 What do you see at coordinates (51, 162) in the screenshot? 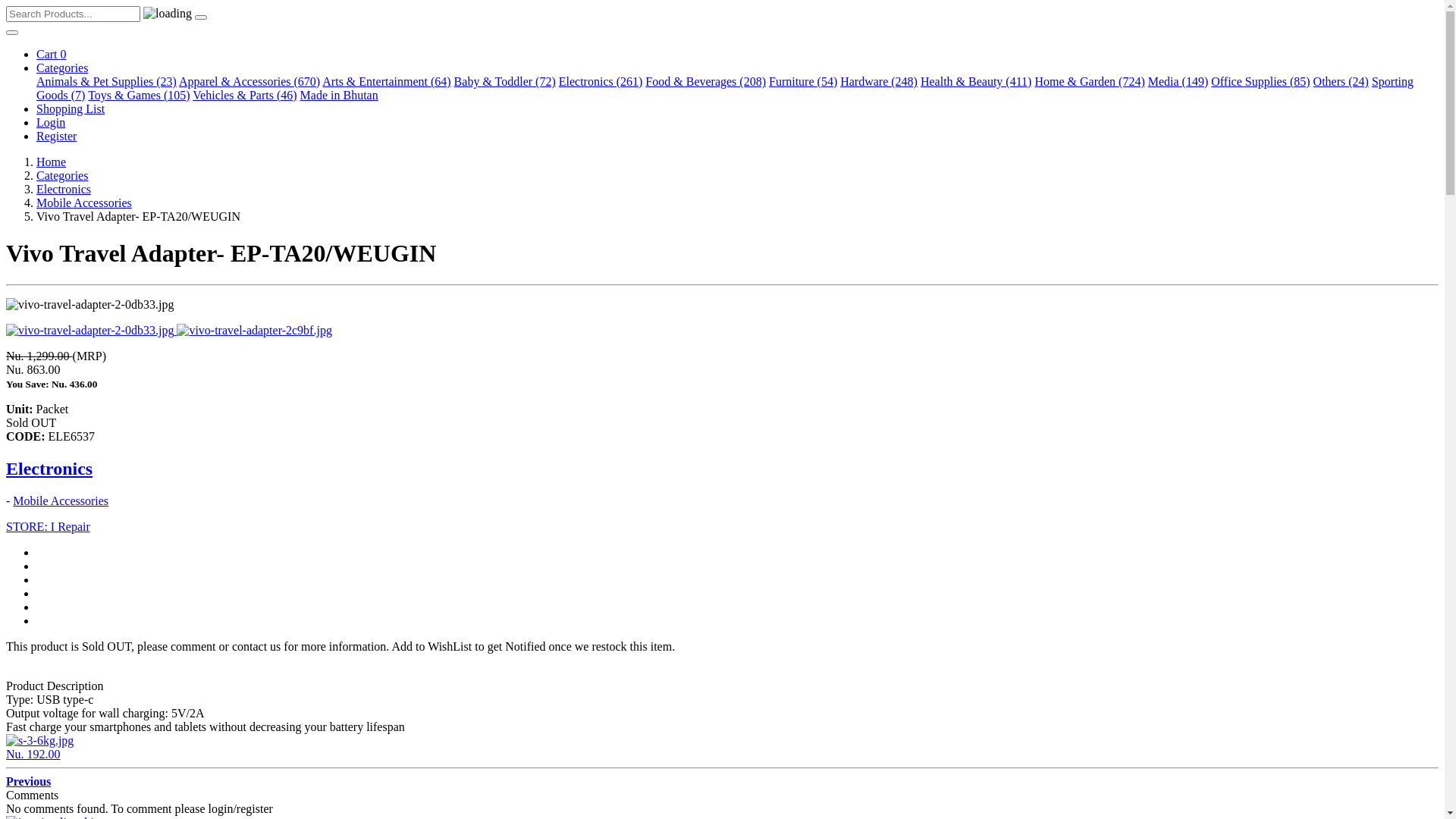
I see `'Home'` at bounding box center [51, 162].